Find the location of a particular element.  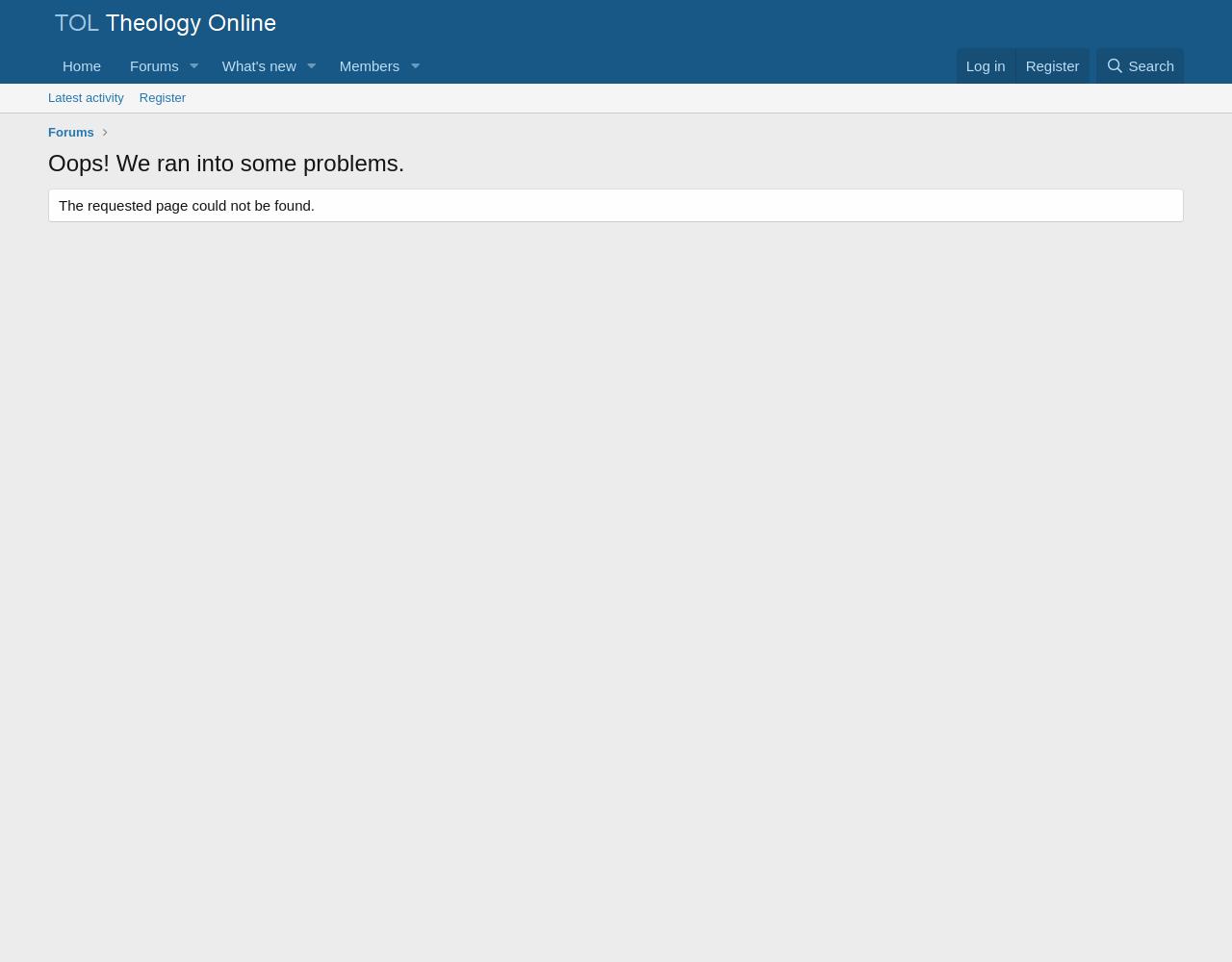

'Latest activity' is located at coordinates (84, 96).